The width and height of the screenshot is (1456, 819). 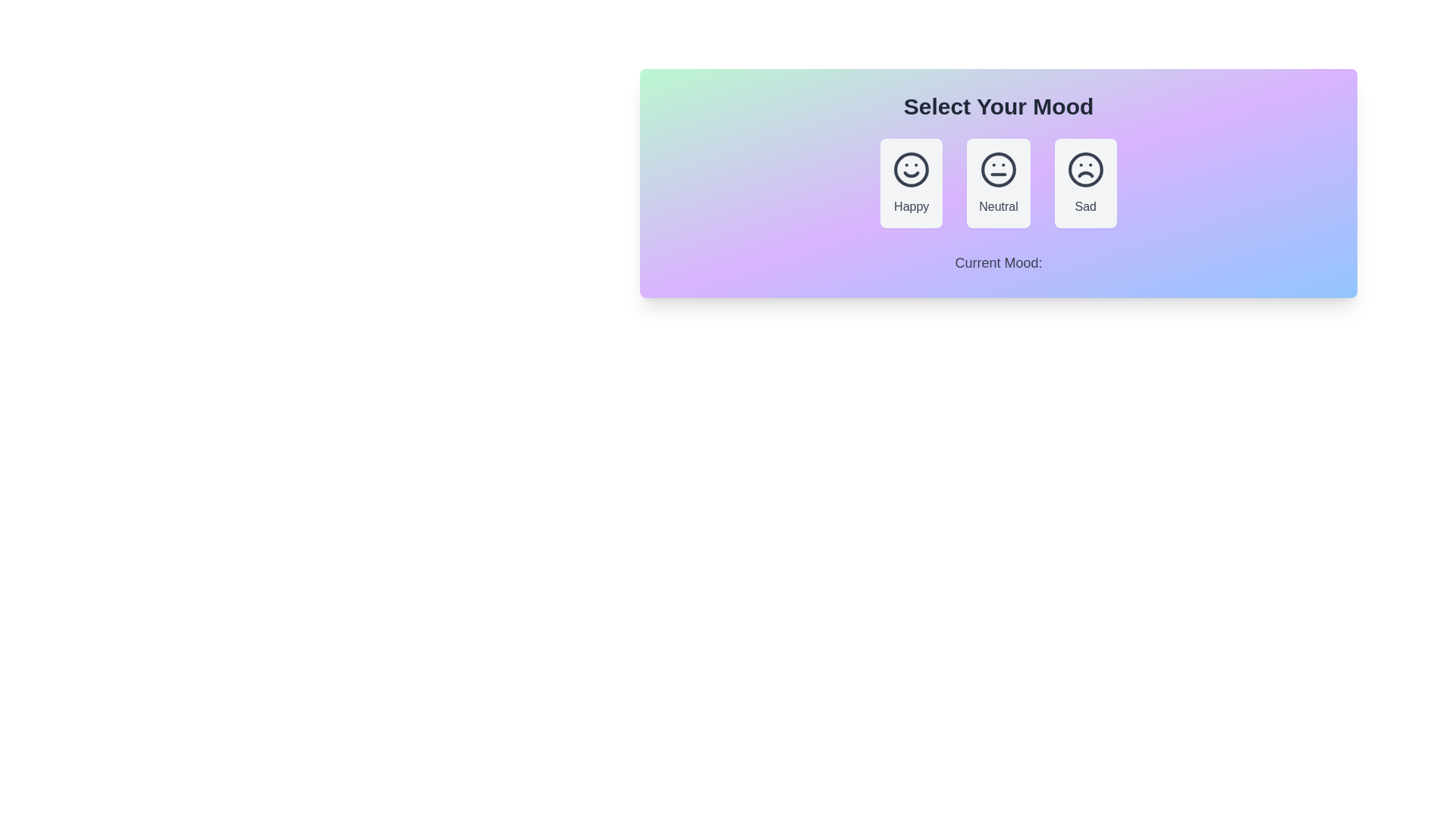 I want to click on the Neutral button to select the corresponding mood, so click(x=998, y=183).